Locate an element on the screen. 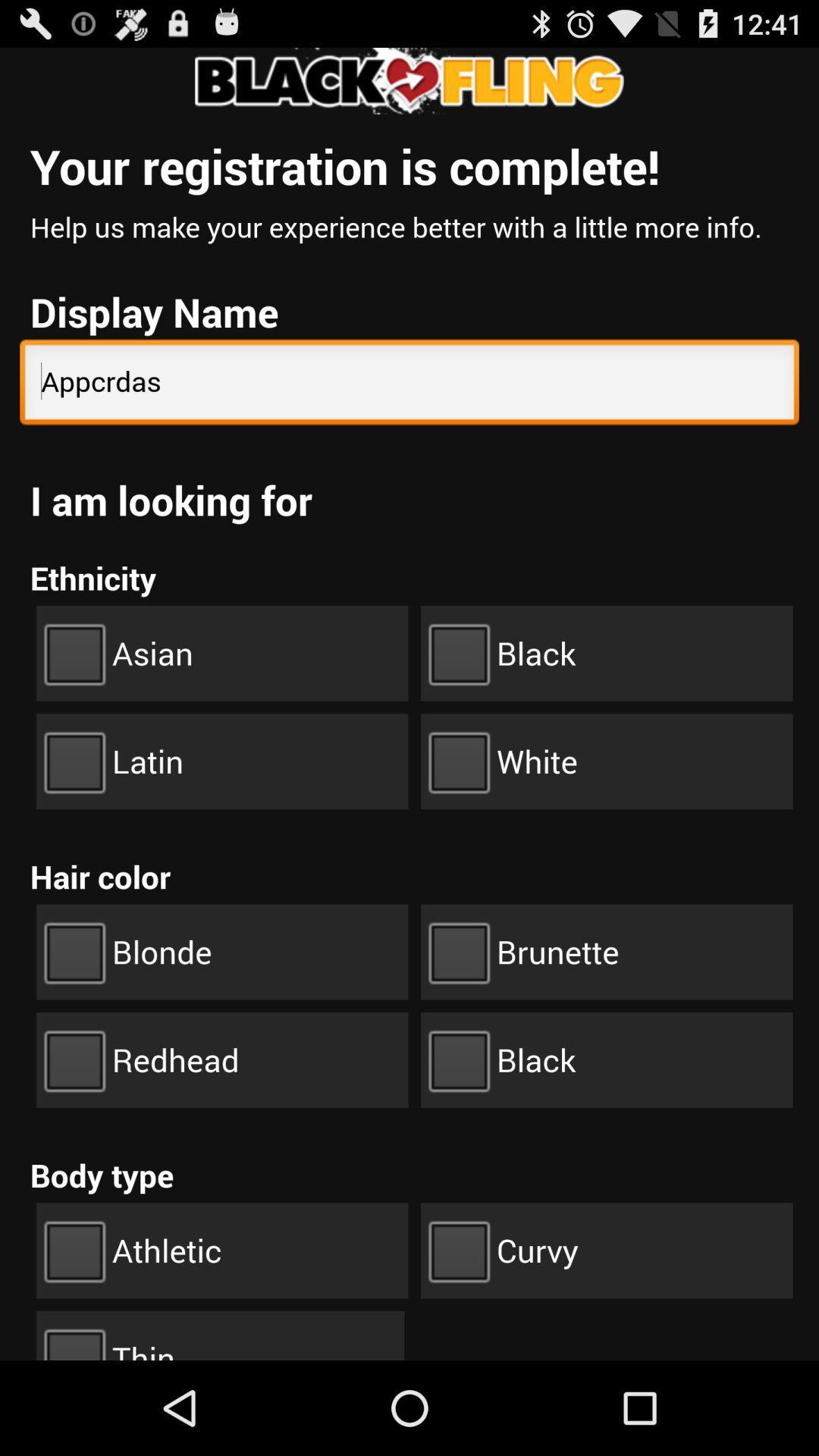  the tittle is located at coordinates (409, 80).